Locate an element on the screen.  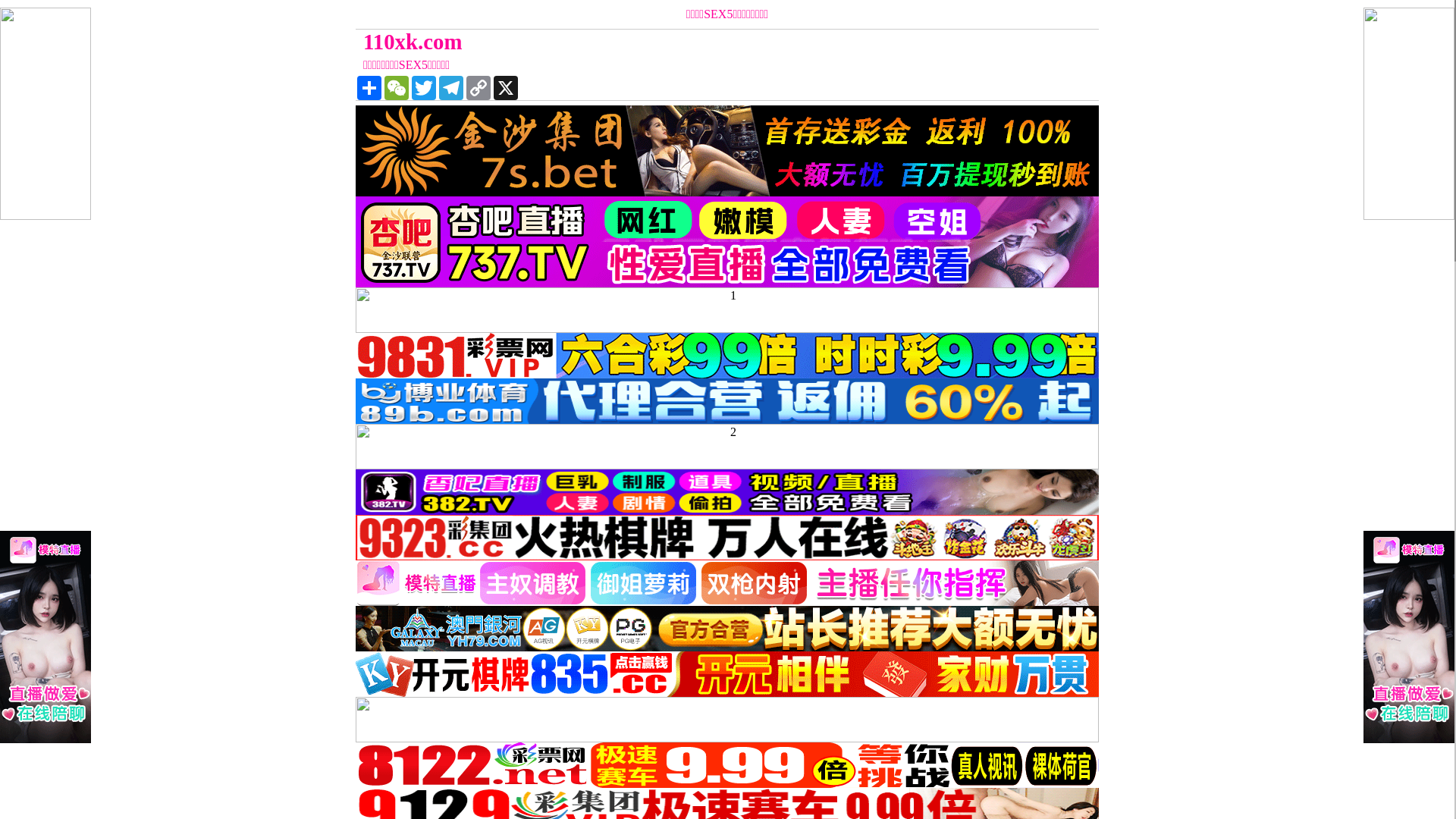
'WeChat' is located at coordinates (397, 87).